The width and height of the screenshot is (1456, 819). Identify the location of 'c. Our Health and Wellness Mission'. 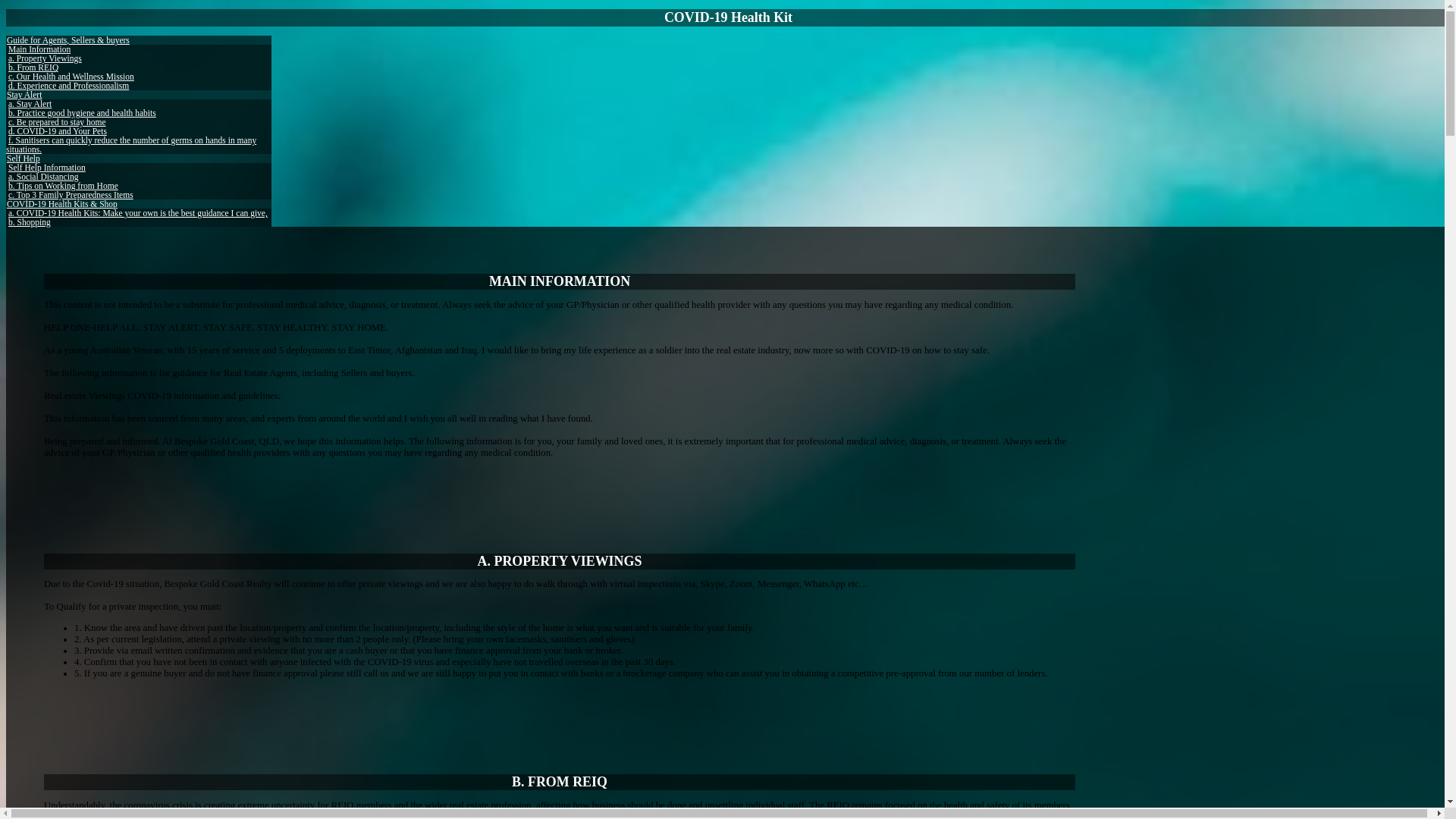
(7, 76).